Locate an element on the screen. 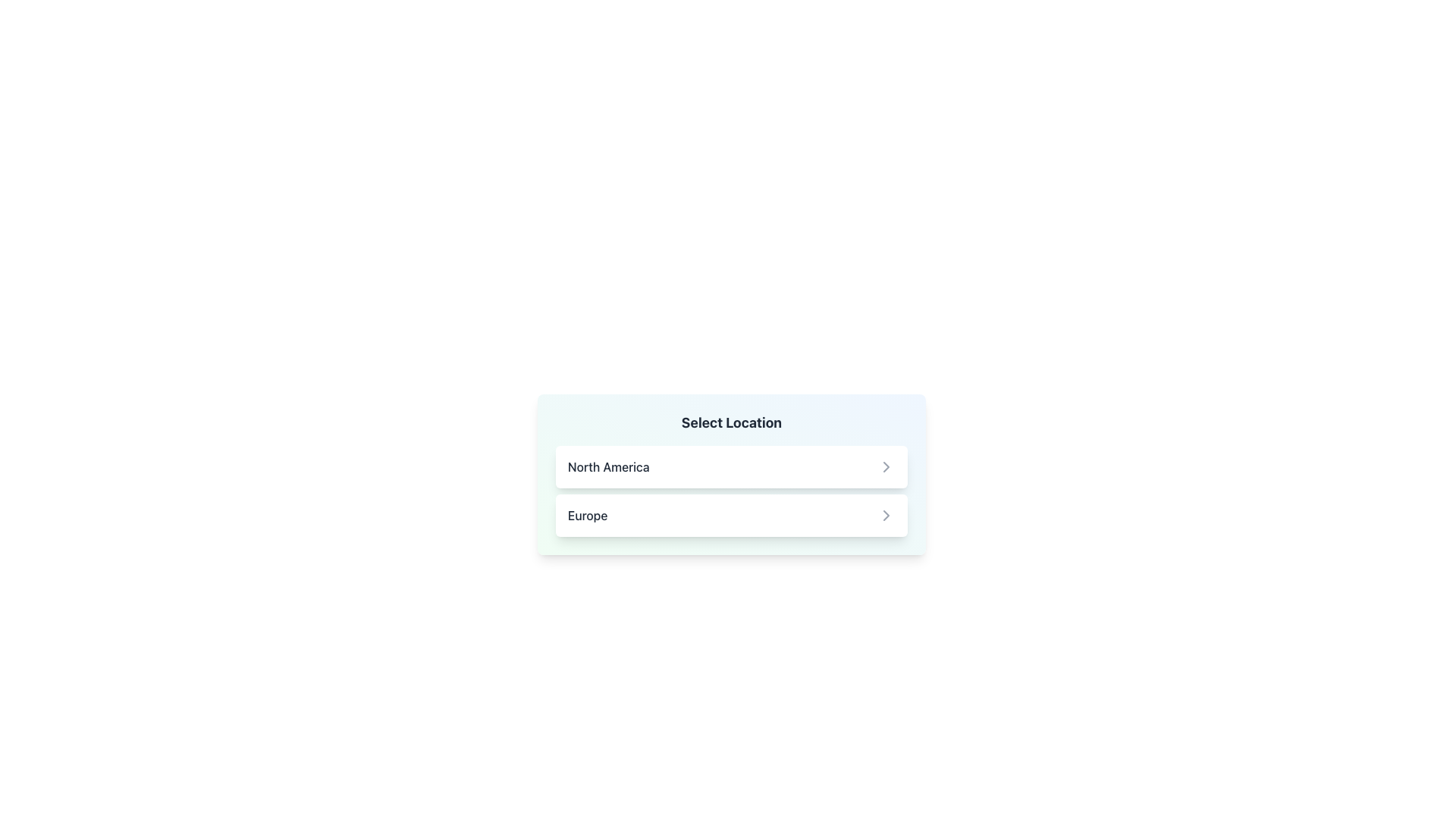 The width and height of the screenshot is (1456, 819). the first item in the vertically stacked list is located at coordinates (731, 466).